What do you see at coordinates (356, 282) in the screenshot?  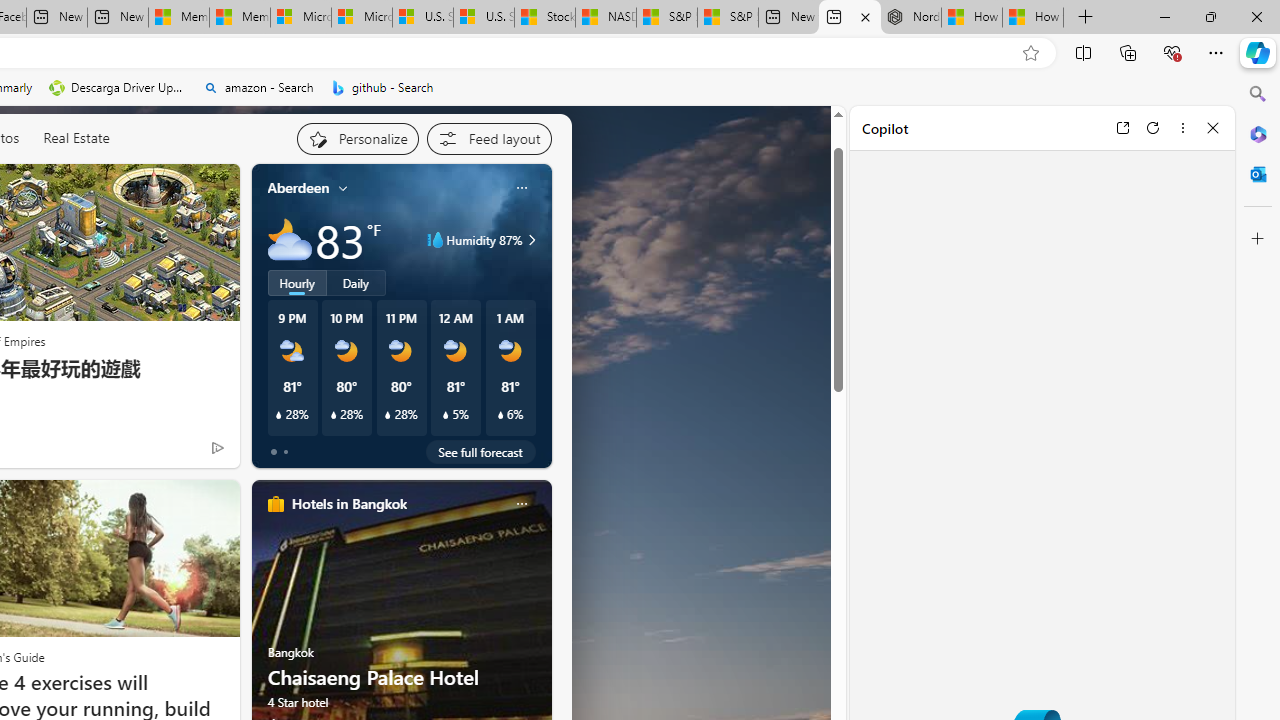 I see `'Daily'` at bounding box center [356, 282].